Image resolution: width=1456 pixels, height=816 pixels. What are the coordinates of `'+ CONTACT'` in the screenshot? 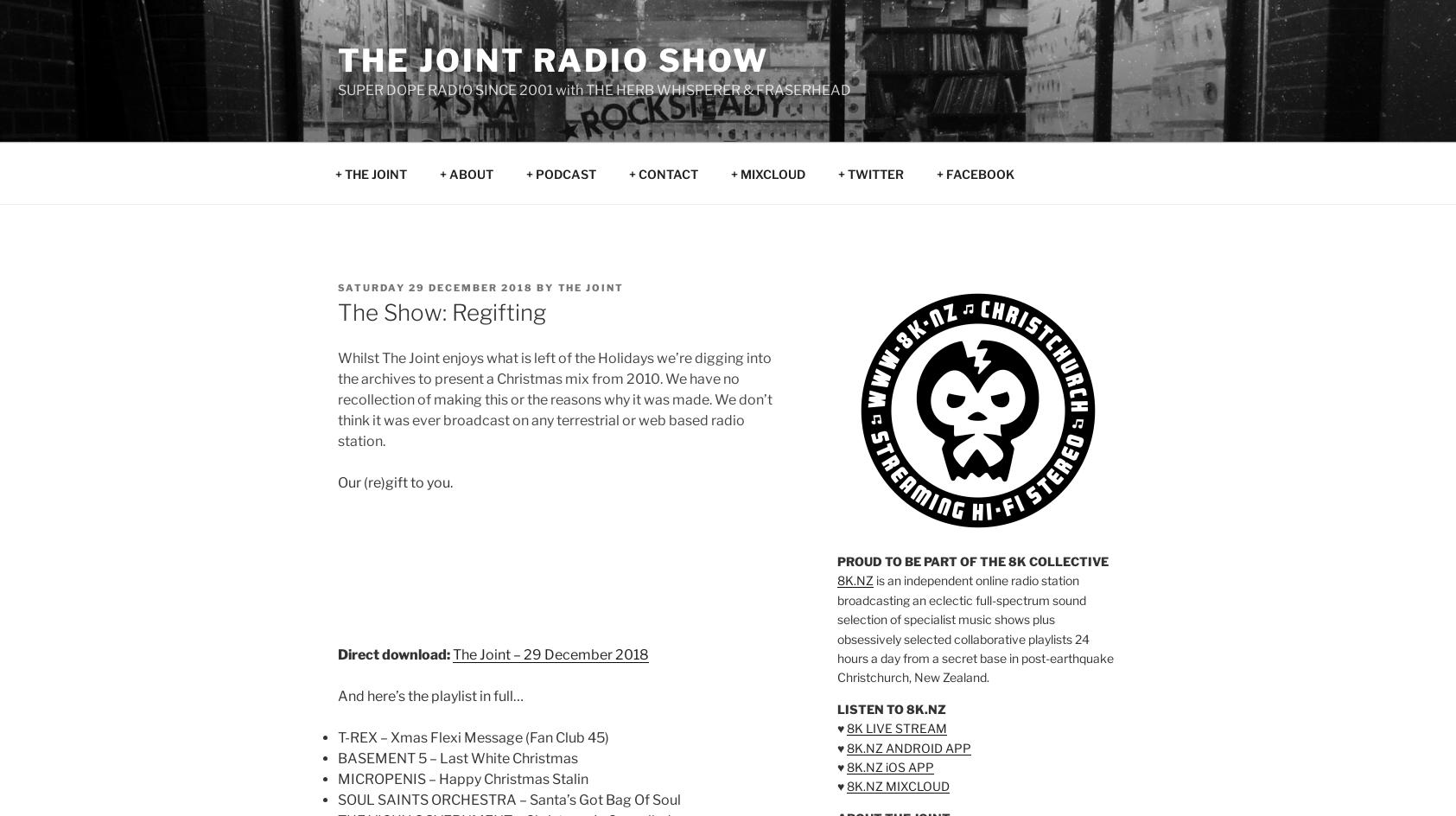 It's located at (663, 172).